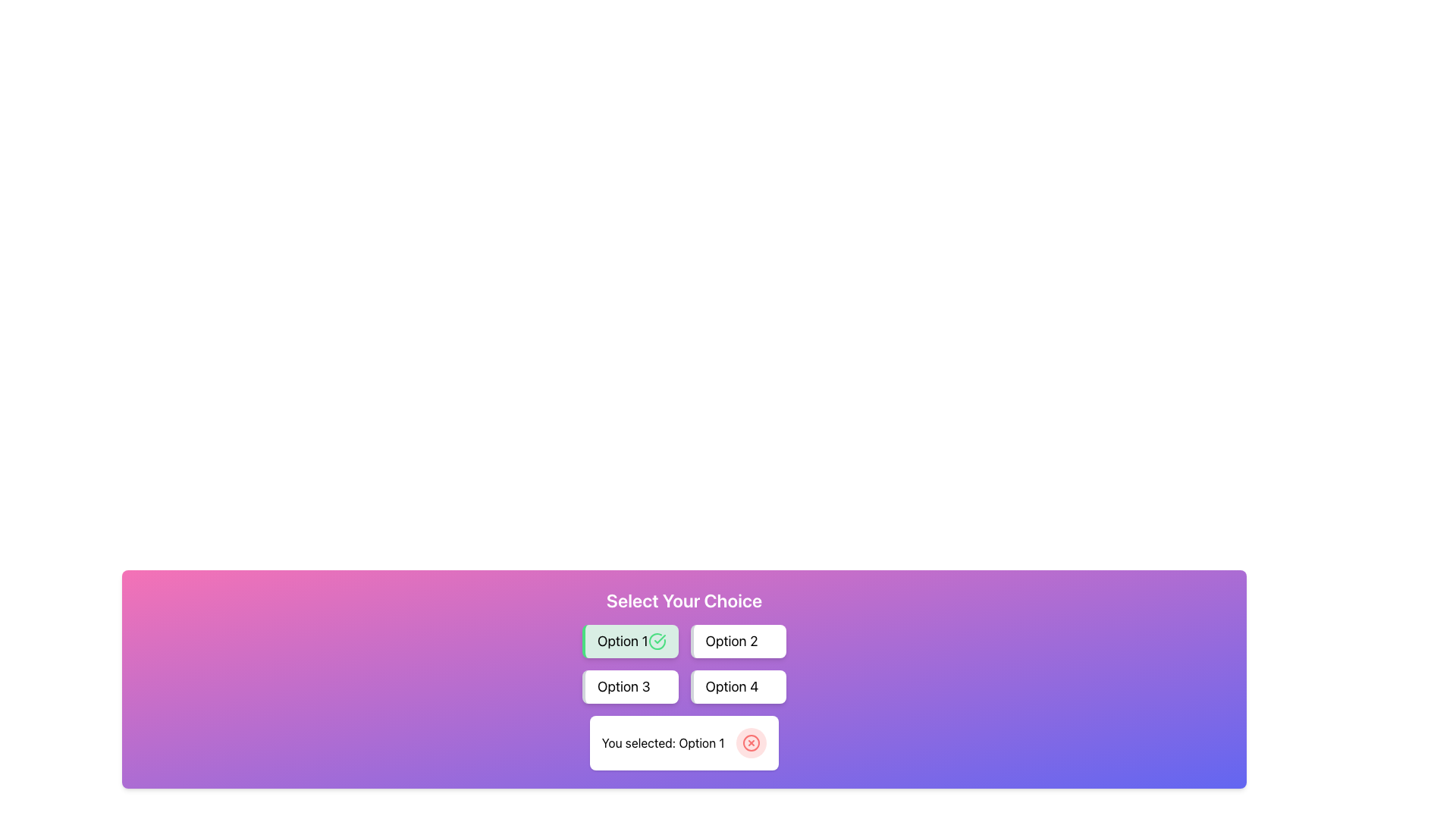 The width and height of the screenshot is (1456, 819). Describe the element at coordinates (731, 641) in the screenshot. I see `the text label displaying 'Option 2' which is styled with a normal font weight and located within a white rectangular box in the top row of a 2x2 grid layout` at that location.